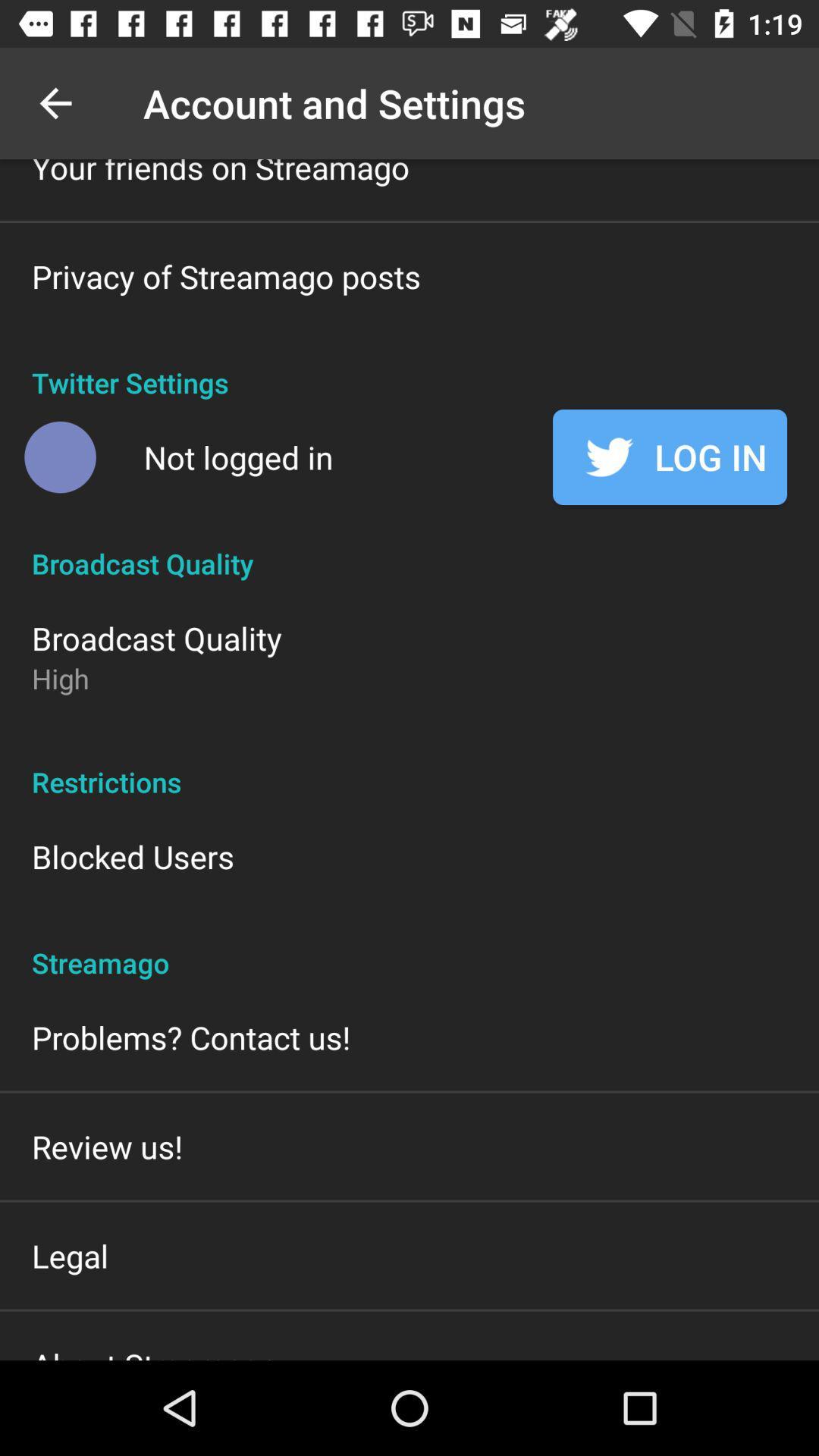  Describe the element at coordinates (55, 102) in the screenshot. I see `the icon next to account and settings icon` at that location.